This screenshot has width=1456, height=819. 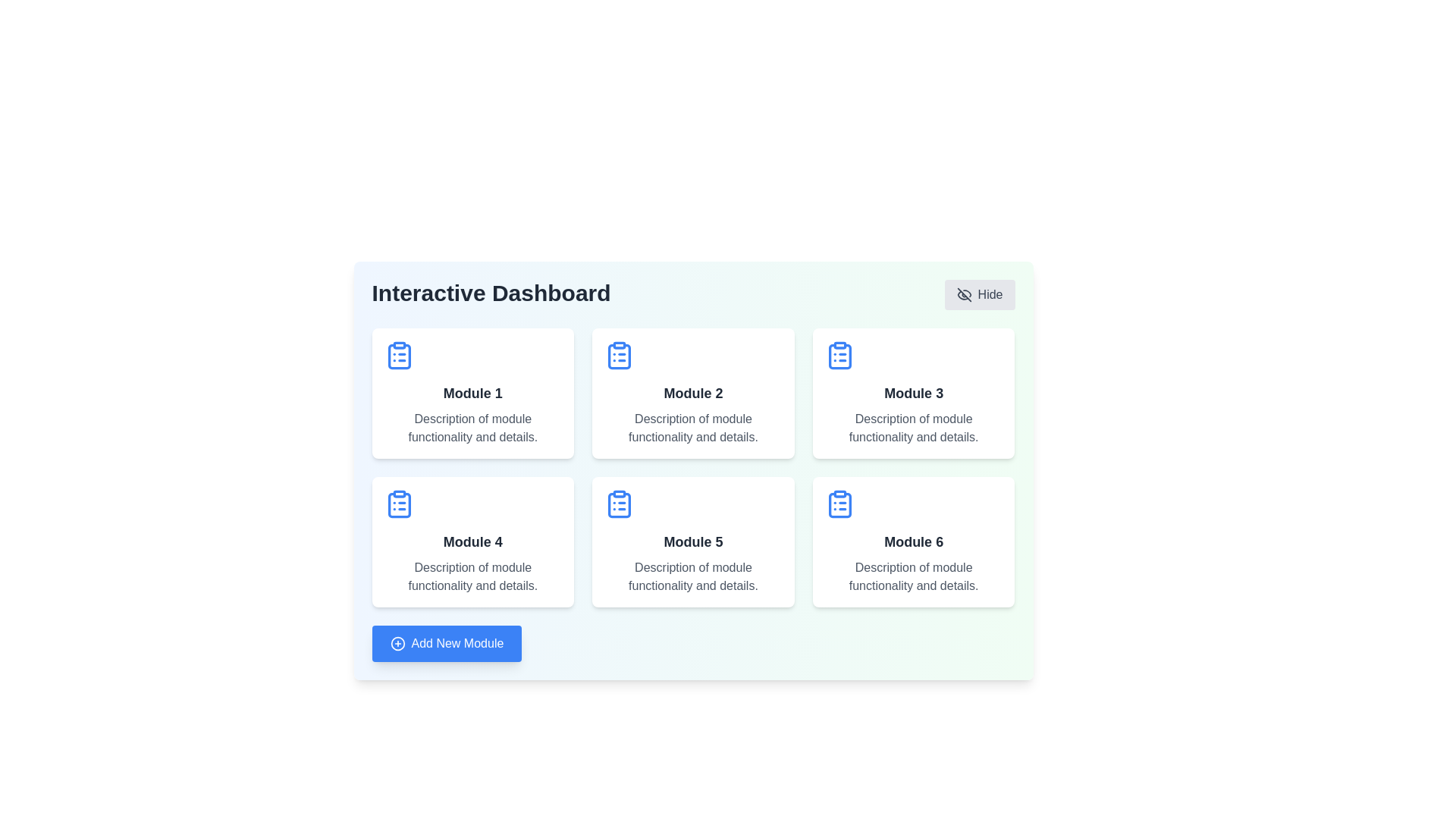 What do you see at coordinates (839, 504) in the screenshot?
I see `the clipboard icon with a checklist located at the top of the 'Module 6' card, positioned to the left of the card's title` at bounding box center [839, 504].